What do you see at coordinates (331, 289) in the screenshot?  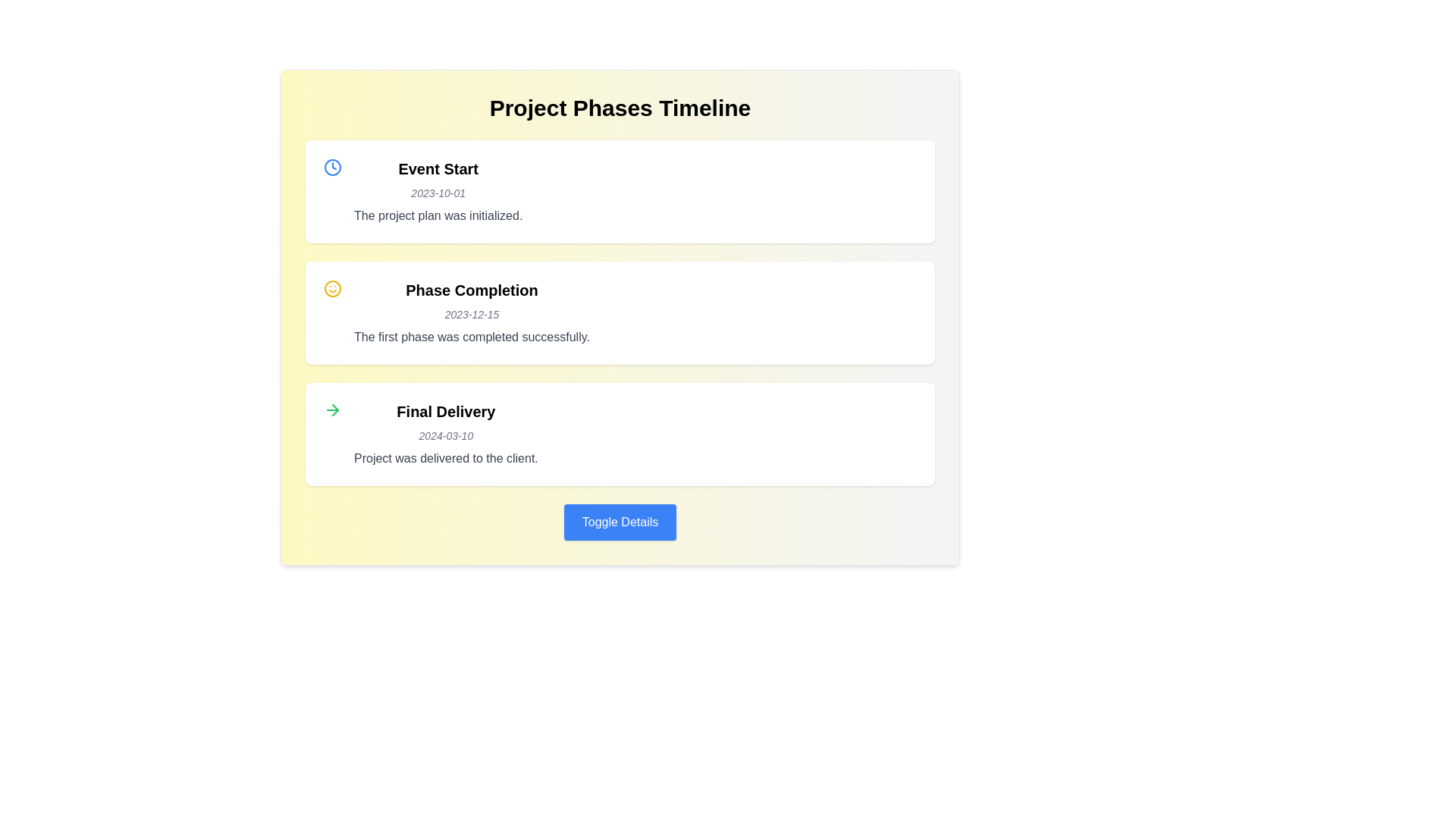 I see `the circular yellow smiling face icon located above the 'Phase Completion' section` at bounding box center [331, 289].